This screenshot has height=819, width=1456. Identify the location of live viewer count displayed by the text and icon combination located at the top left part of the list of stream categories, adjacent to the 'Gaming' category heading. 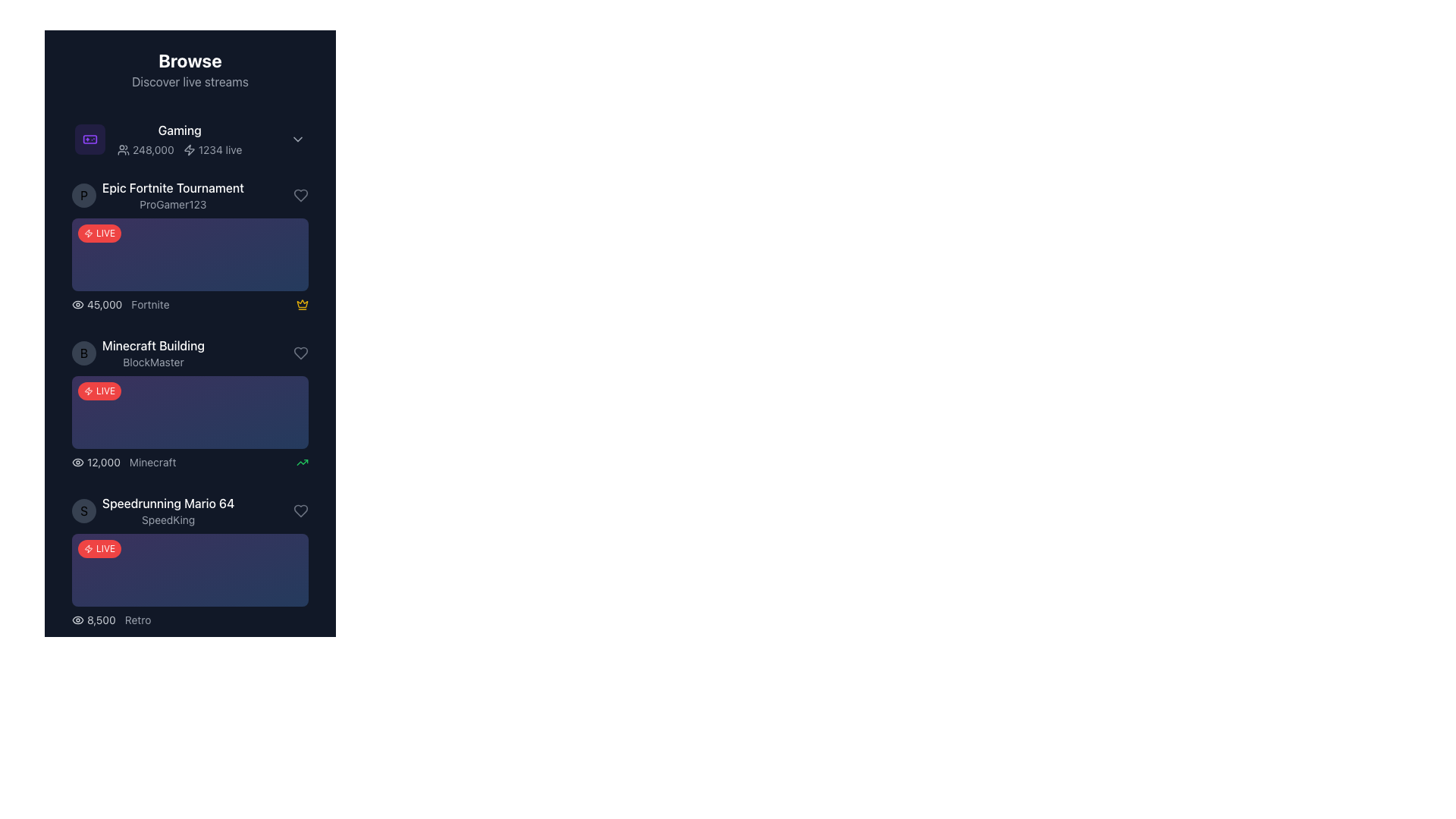
(212, 149).